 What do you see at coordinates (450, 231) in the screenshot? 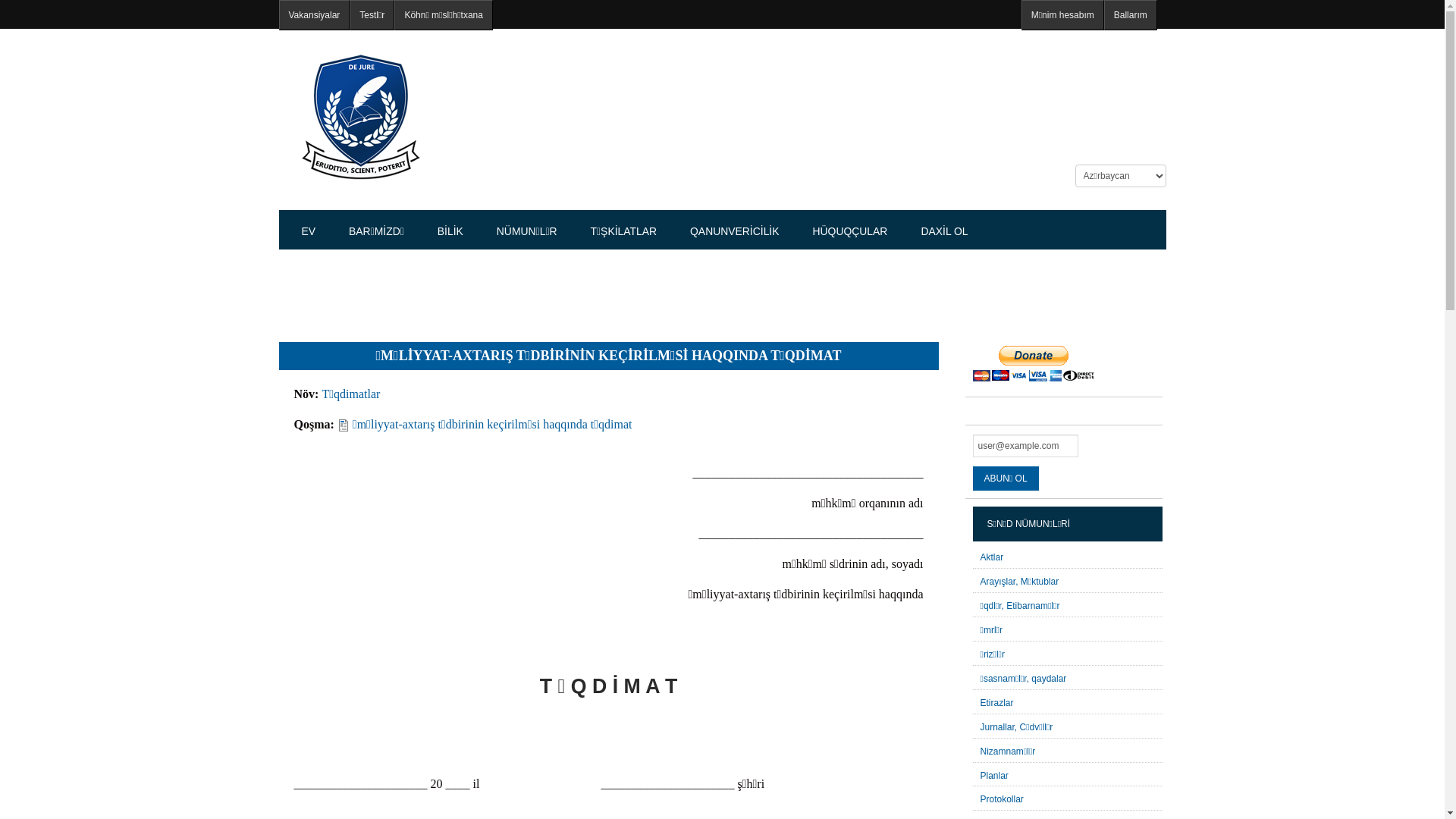
I see `'BILIK'` at bounding box center [450, 231].